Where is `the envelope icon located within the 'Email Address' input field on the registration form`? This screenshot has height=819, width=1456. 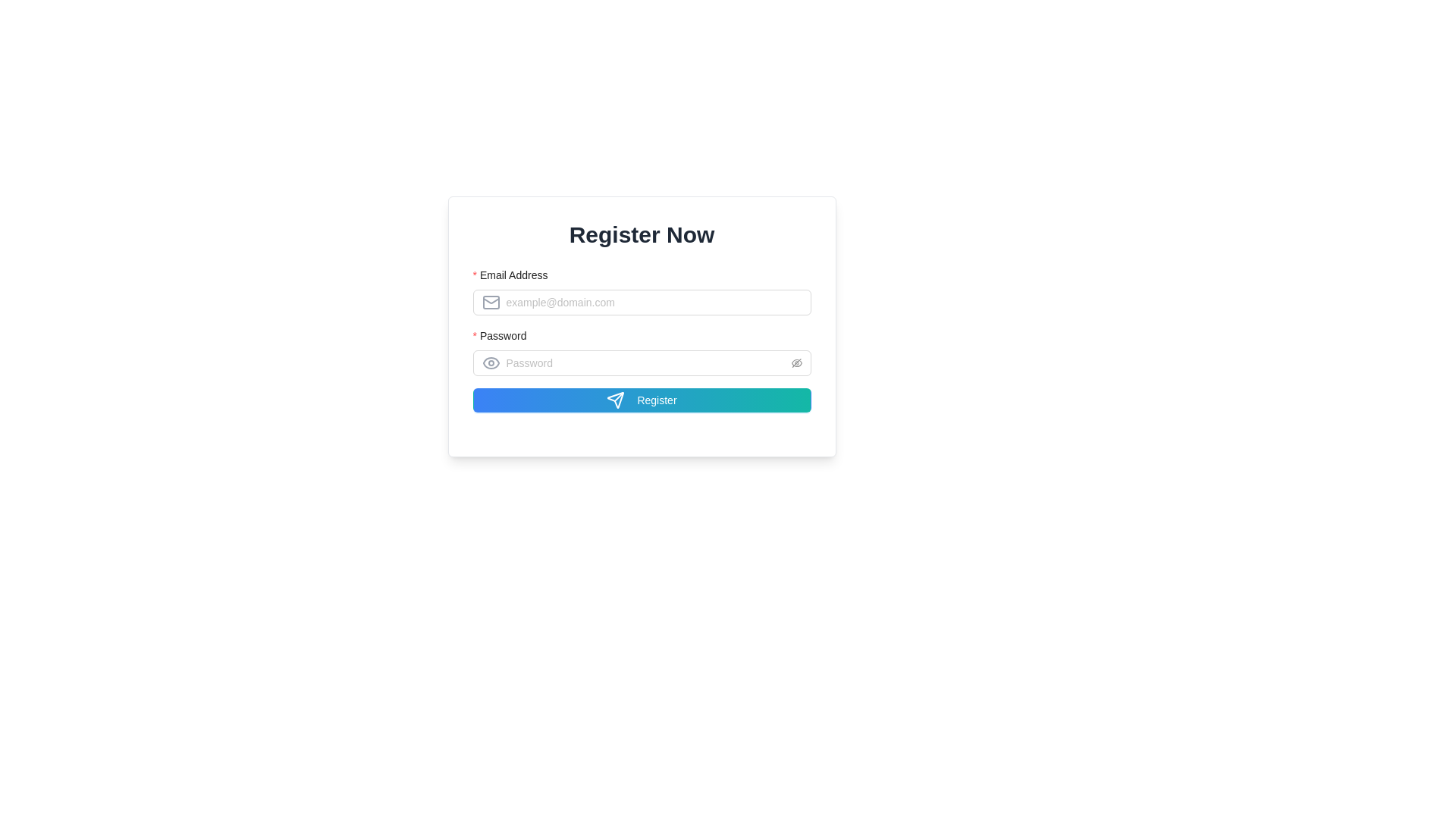
the envelope icon located within the 'Email Address' input field on the registration form is located at coordinates (491, 302).